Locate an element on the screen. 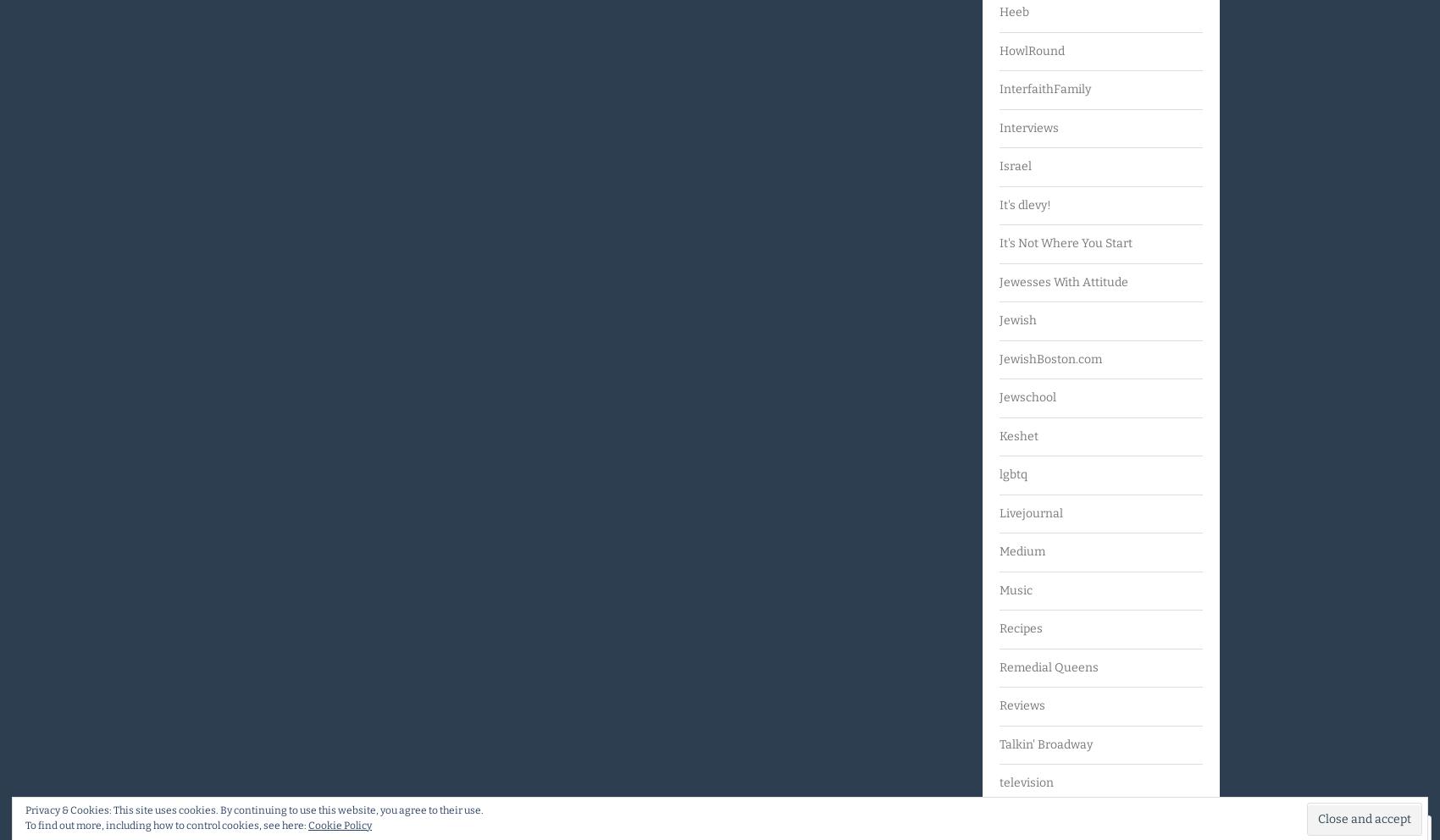 The image size is (1440, 840). 'It's Not Where You Start' is located at coordinates (1065, 242).